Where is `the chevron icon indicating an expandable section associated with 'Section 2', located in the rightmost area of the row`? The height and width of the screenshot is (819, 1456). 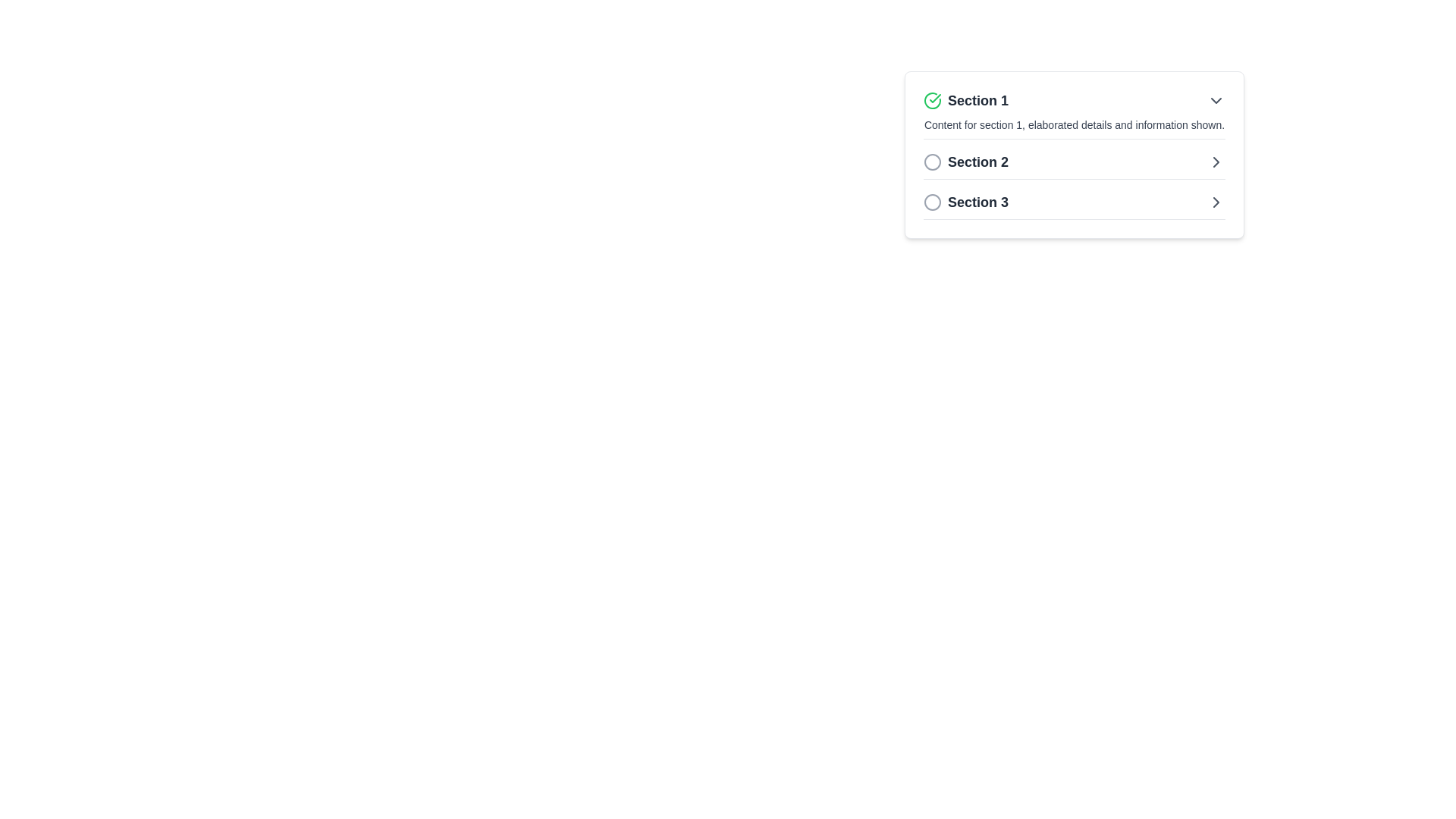 the chevron icon indicating an expandable section associated with 'Section 2', located in the rightmost area of the row is located at coordinates (1216, 162).